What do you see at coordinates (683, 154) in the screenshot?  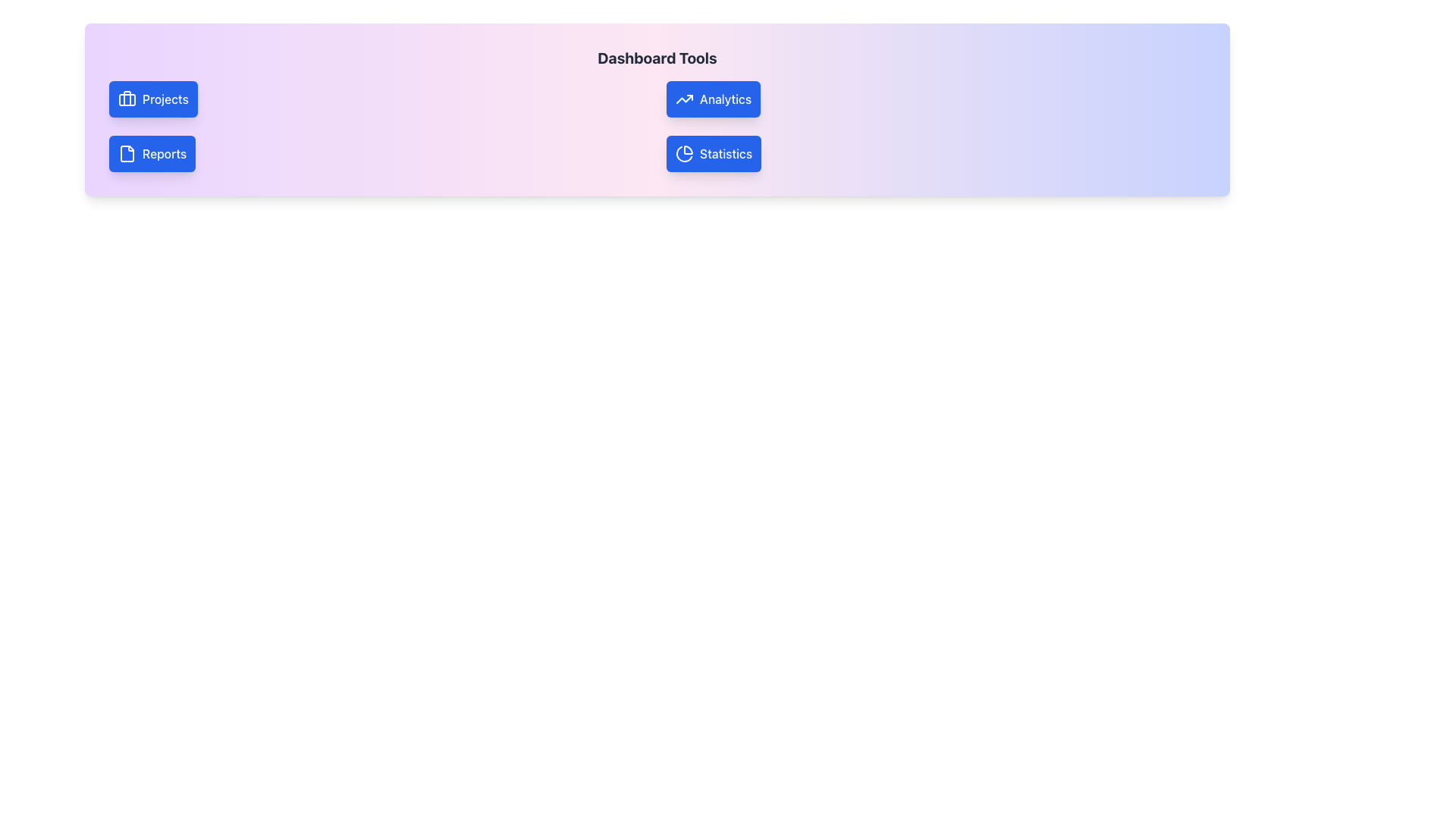 I see `the circular pie chart icon located in the center of the blue button labeled 'Statistics' in the bottom-right portion of the interface under the 'Dashboard Tools' section` at bounding box center [683, 154].